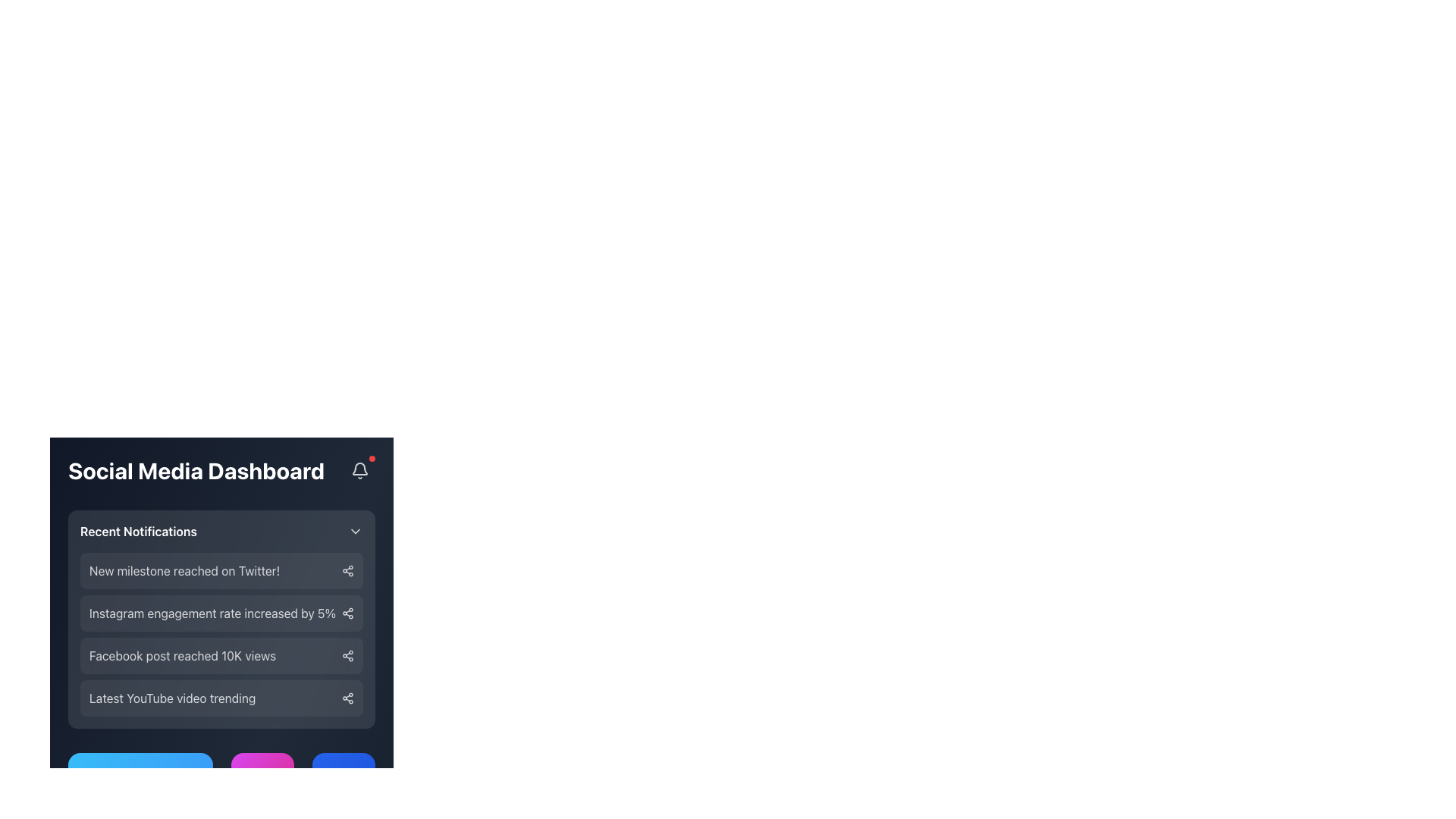 The image size is (1456, 819). I want to click on the first notification text label in the 'Recent Notifications' section of the 'Social Media Dashboard' that displays updates about milestones achieved on Twitter, so click(184, 570).